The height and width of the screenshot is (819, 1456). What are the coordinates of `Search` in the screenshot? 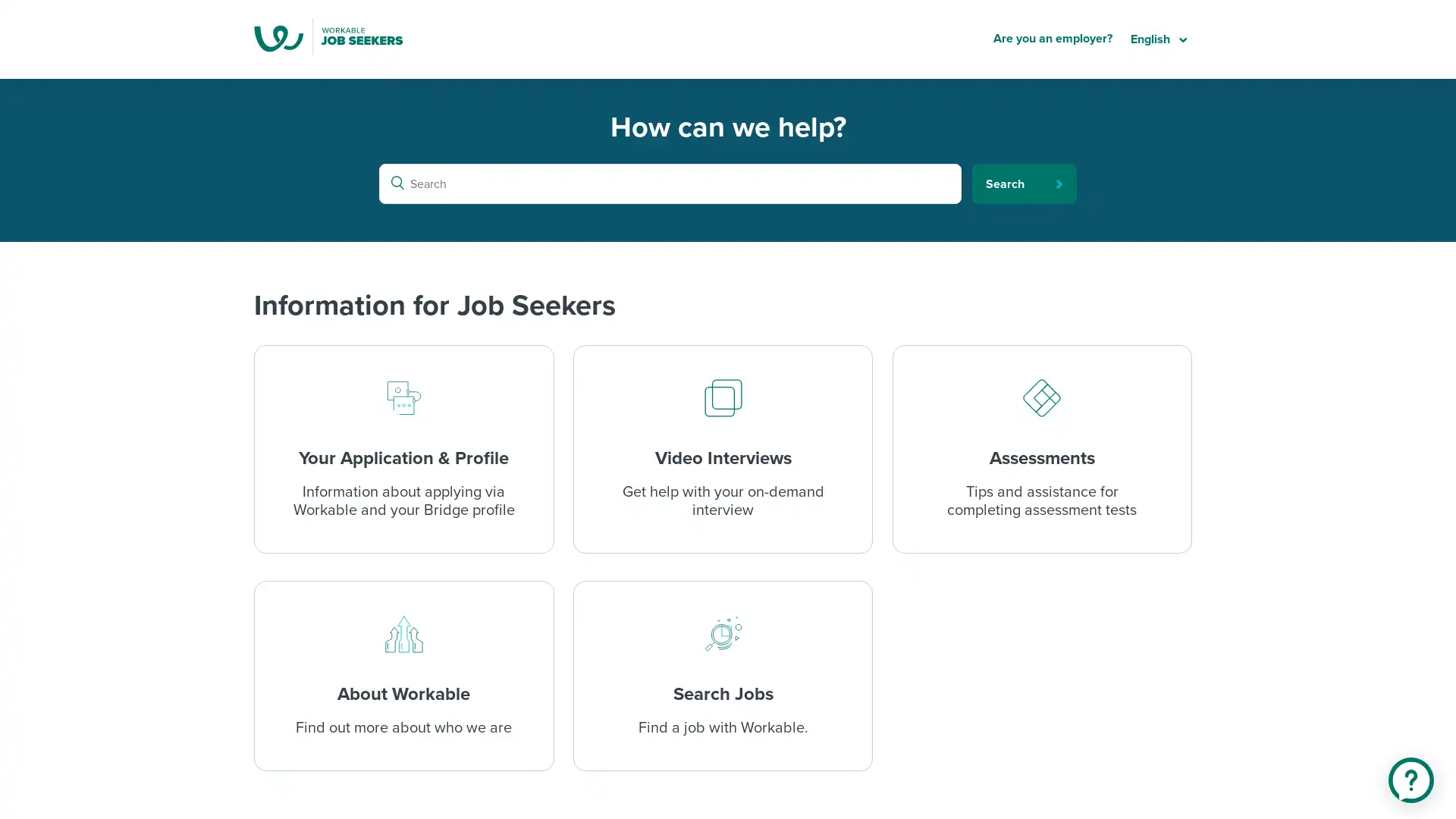 It's located at (1024, 183).